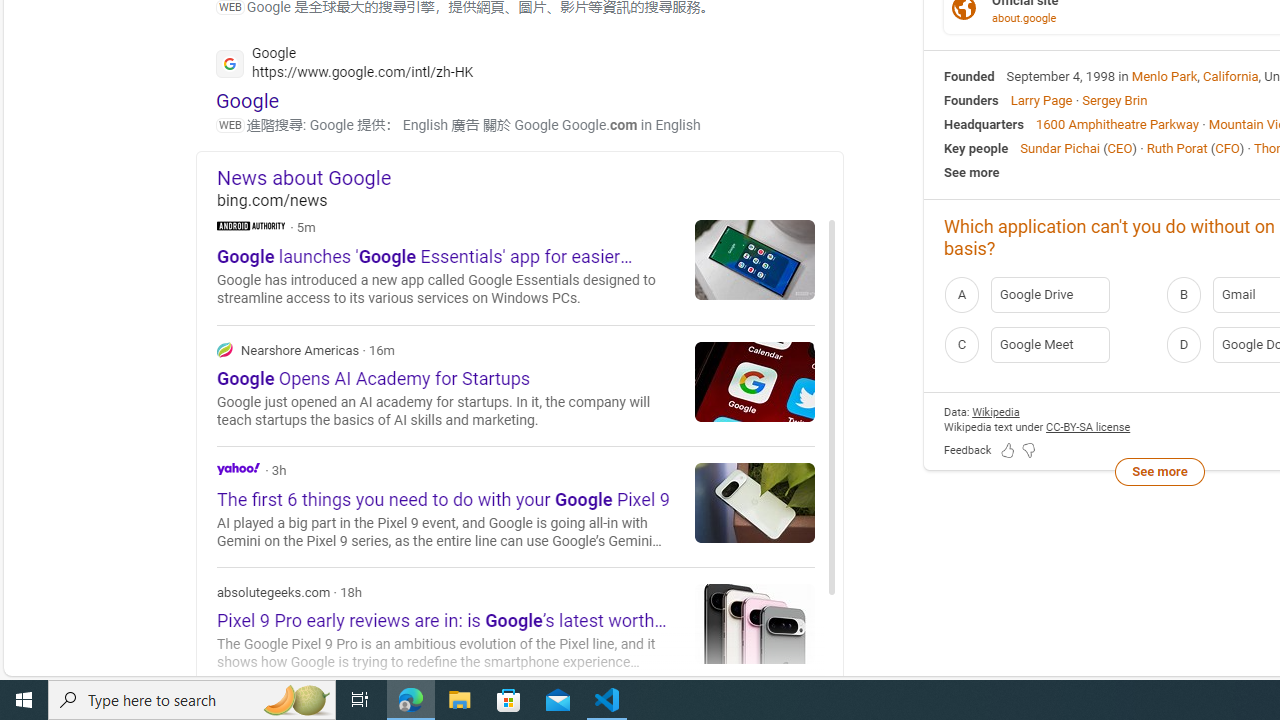 The image size is (1280, 720). I want to click on 'California', so click(1230, 74).